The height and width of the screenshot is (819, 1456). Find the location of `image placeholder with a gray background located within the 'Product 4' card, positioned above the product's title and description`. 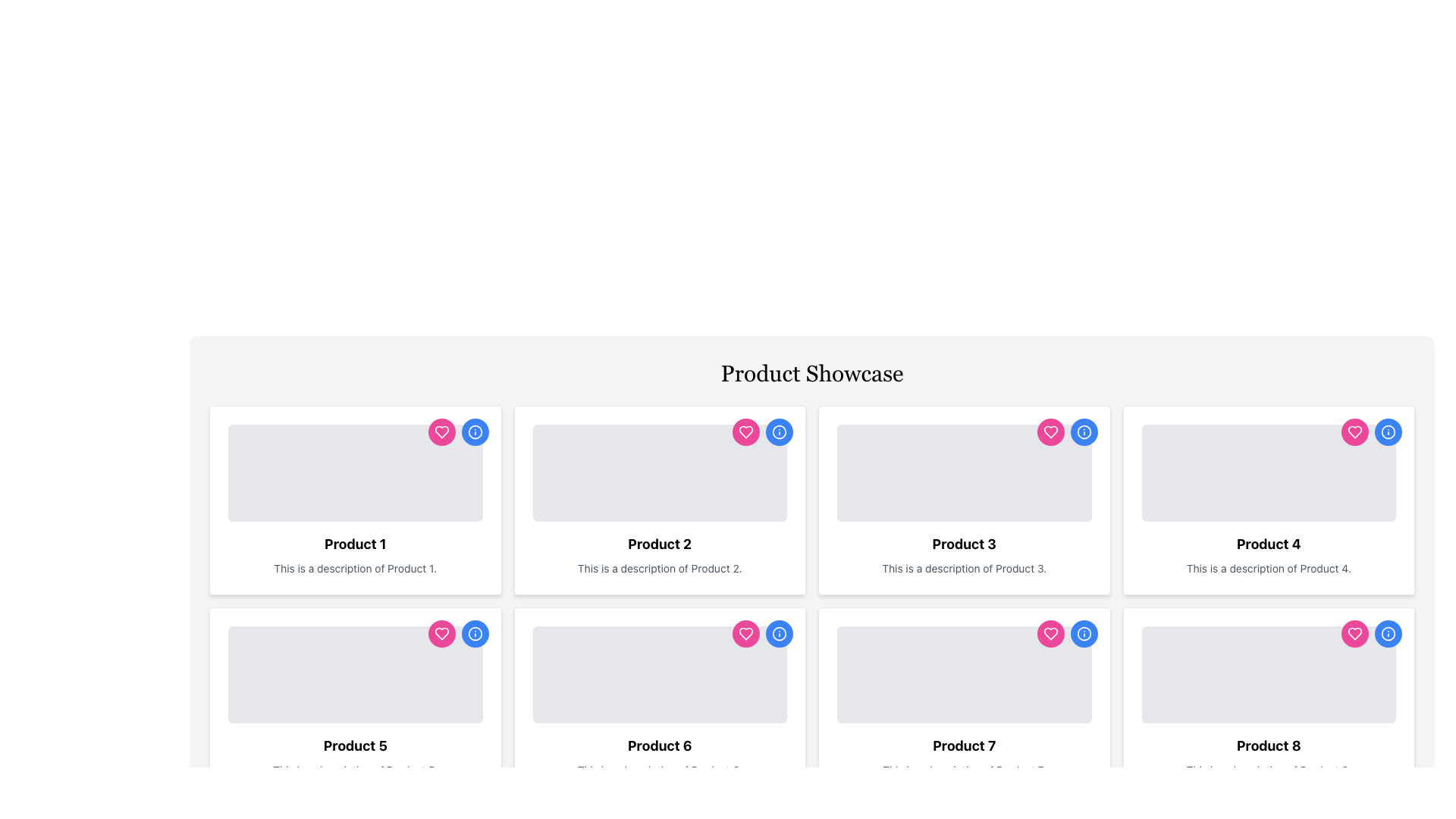

image placeholder with a gray background located within the 'Product 4' card, positioned above the product's title and description is located at coordinates (1269, 472).